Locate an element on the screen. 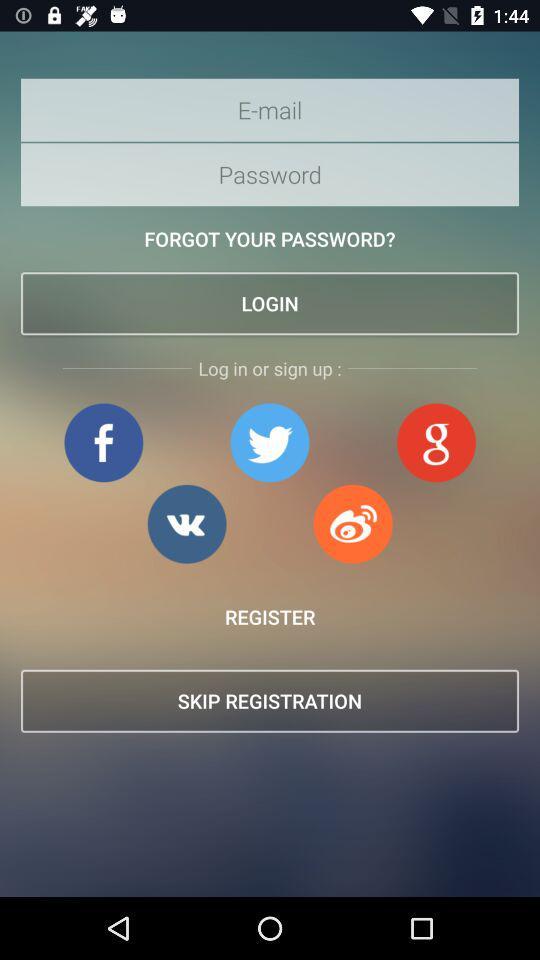 This screenshot has width=540, height=960. password is located at coordinates (270, 173).